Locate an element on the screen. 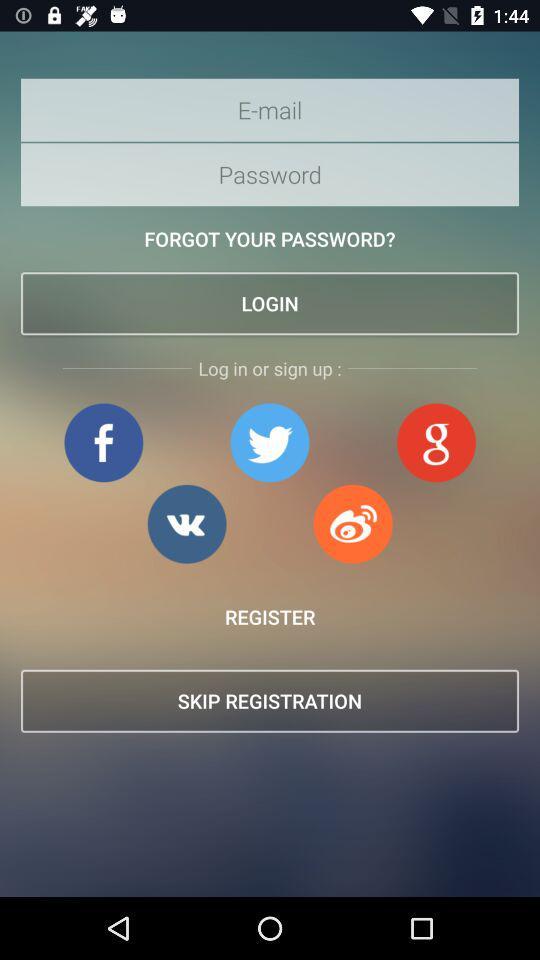 This screenshot has width=540, height=960. password is located at coordinates (270, 173).